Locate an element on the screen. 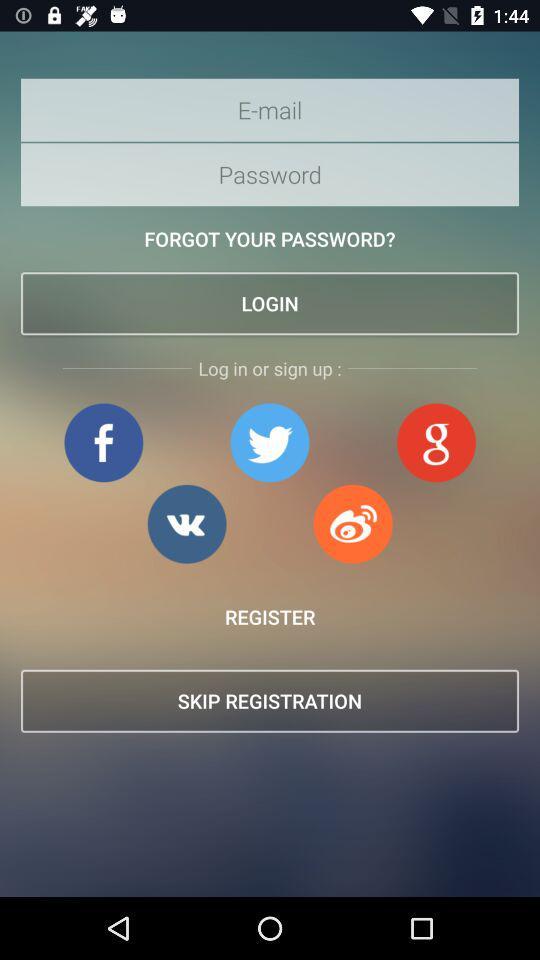 This screenshot has width=540, height=960. password is located at coordinates (270, 173).